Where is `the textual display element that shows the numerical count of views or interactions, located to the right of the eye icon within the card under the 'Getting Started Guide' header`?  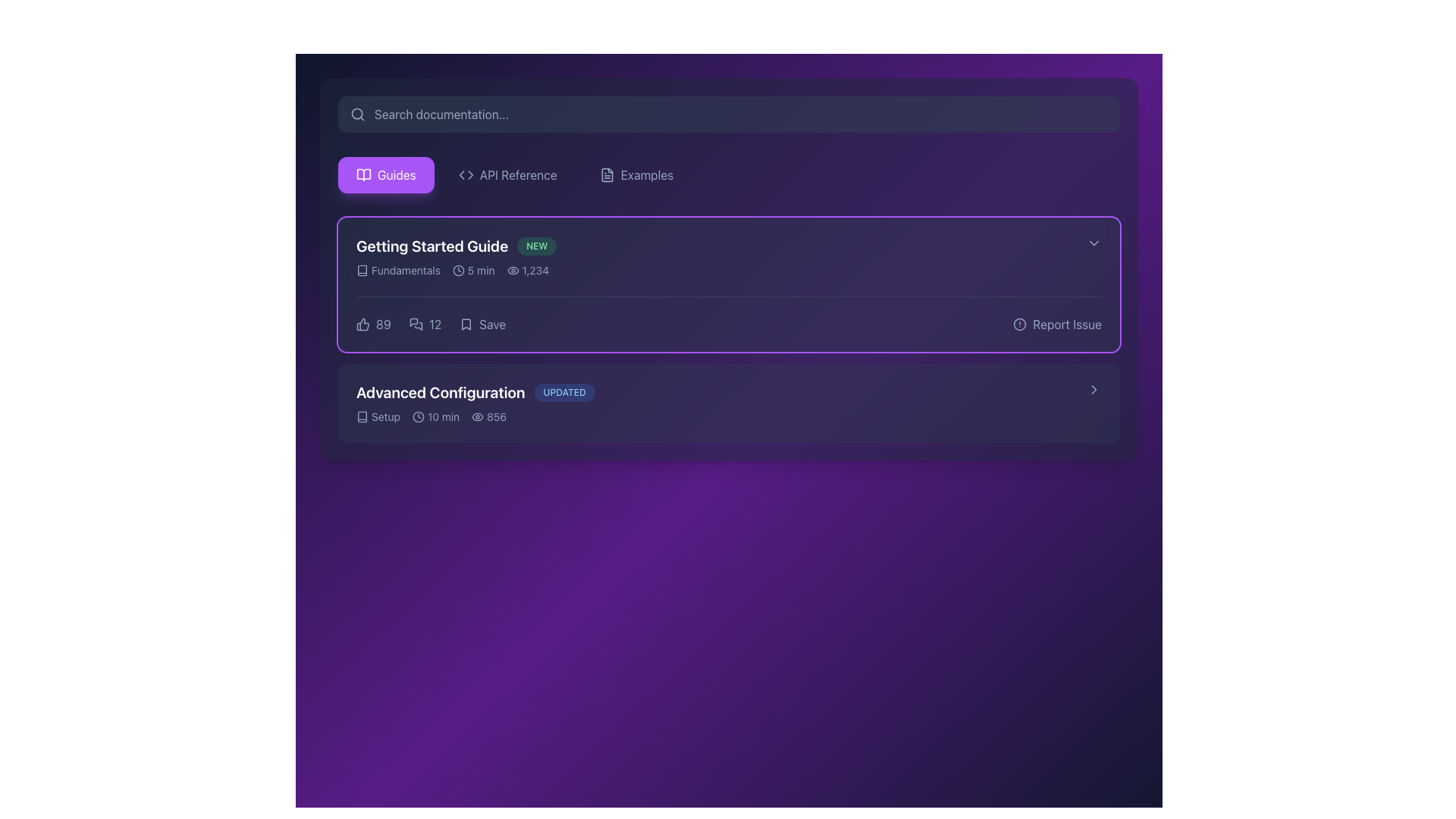 the textual display element that shows the numerical count of views or interactions, located to the right of the eye icon within the card under the 'Getting Started Guide' header is located at coordinates (535, 270).